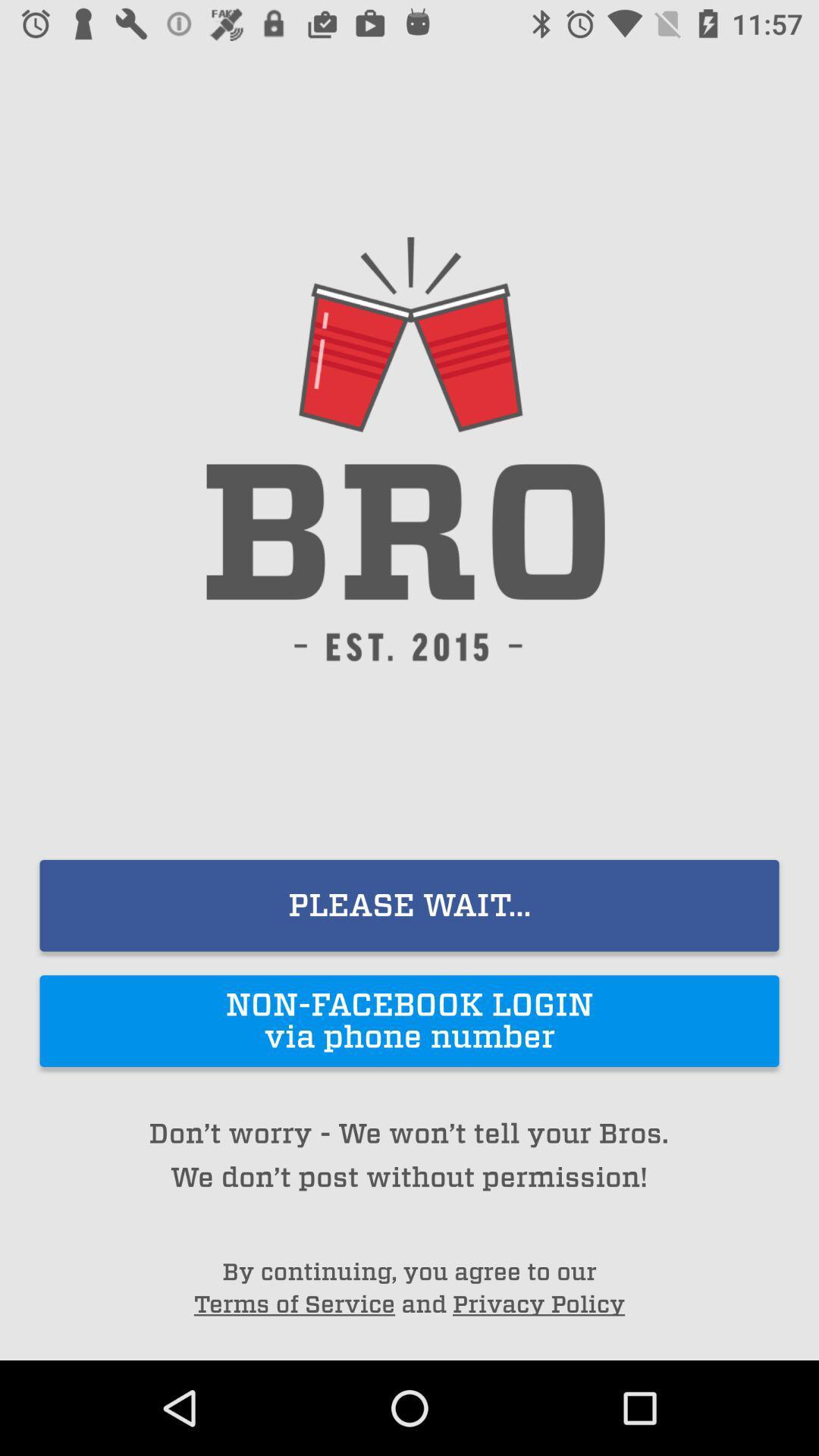  Describe the element at coordinates (409, 905) in the screenshot. I see `the item above the non facebook login` at that location.